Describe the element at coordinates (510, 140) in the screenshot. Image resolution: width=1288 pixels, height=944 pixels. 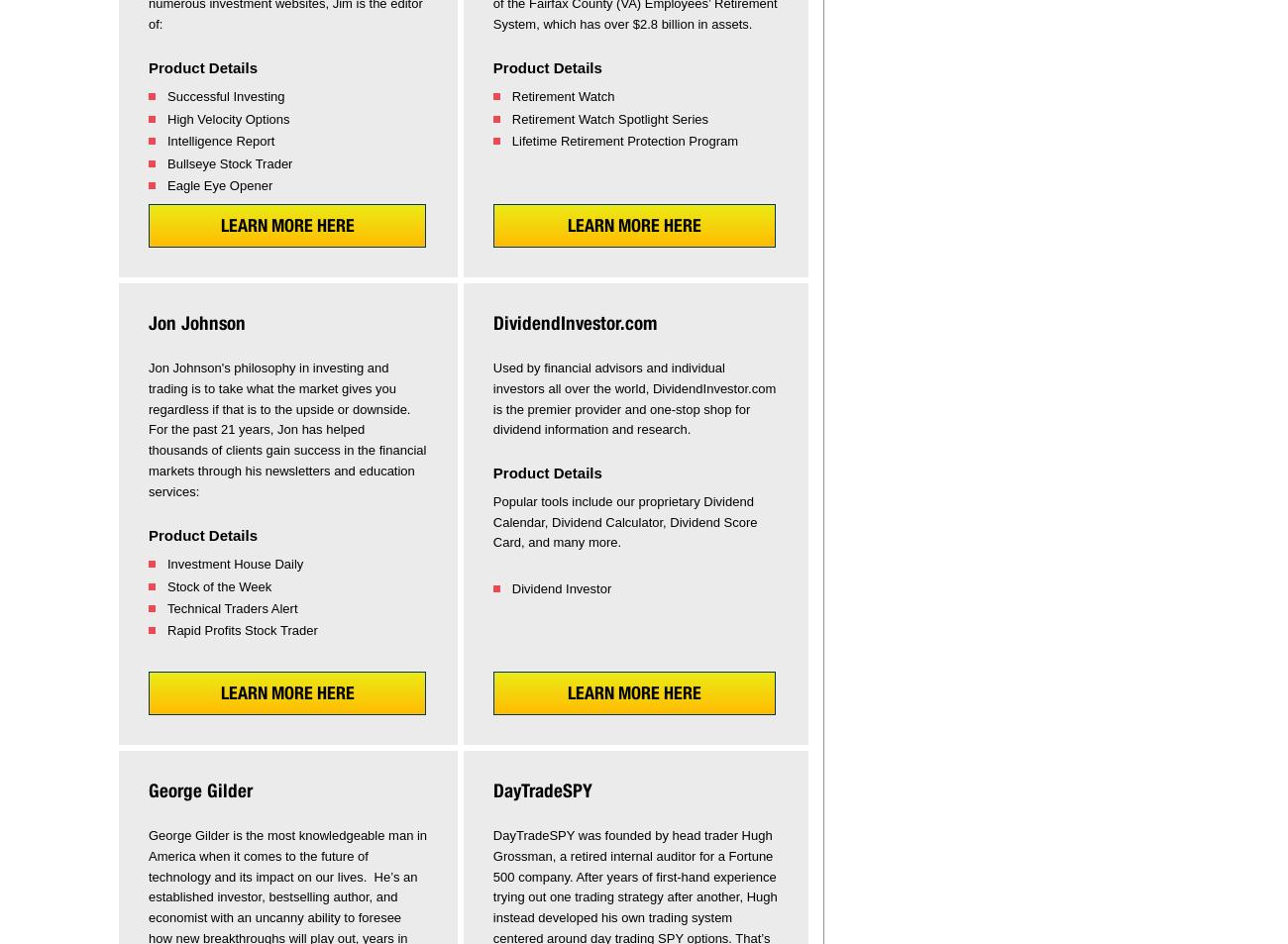
I see `'Lifetime Retirement Protection Program'` at that location.